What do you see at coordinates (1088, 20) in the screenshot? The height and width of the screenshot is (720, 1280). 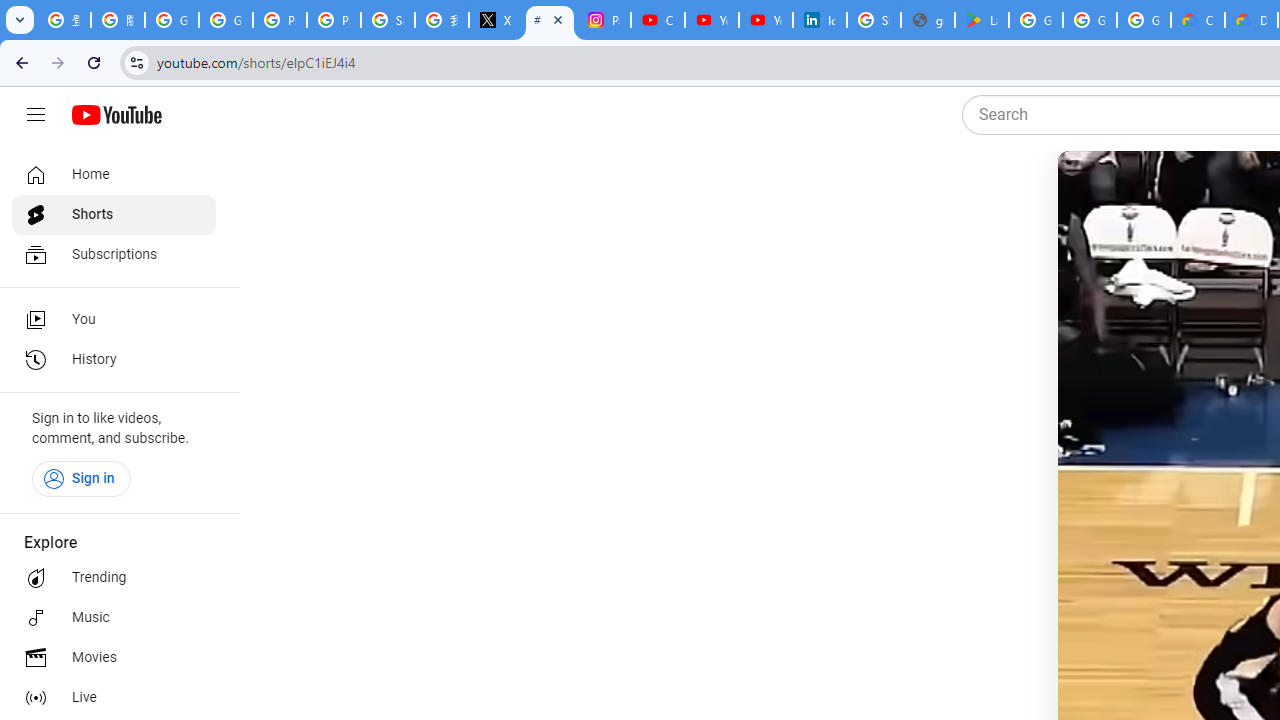 I see `'Google Workspace - Specific Terms'` at bounding box center [1088, 20].